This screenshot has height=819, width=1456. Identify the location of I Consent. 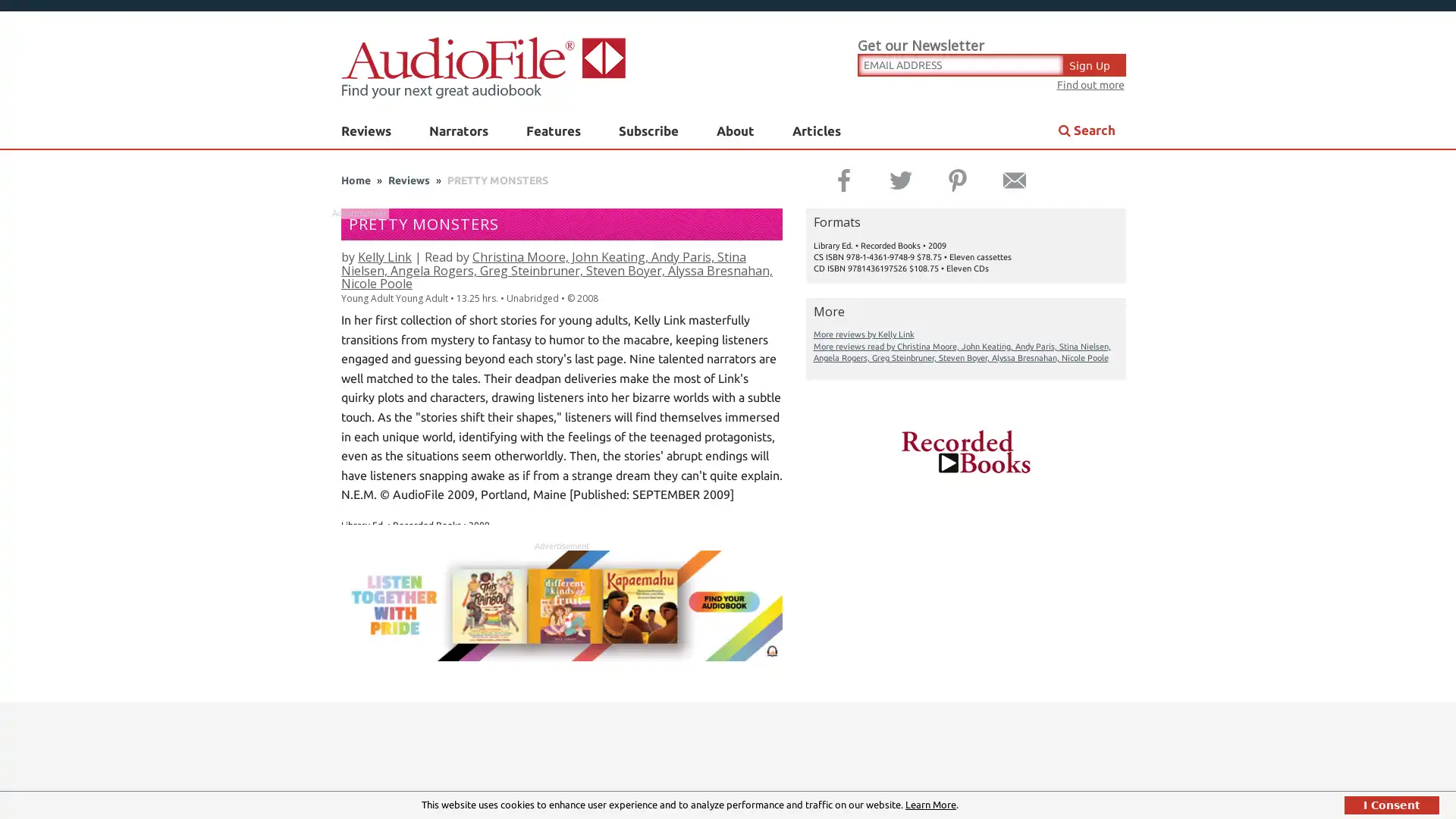
(1392, 804).